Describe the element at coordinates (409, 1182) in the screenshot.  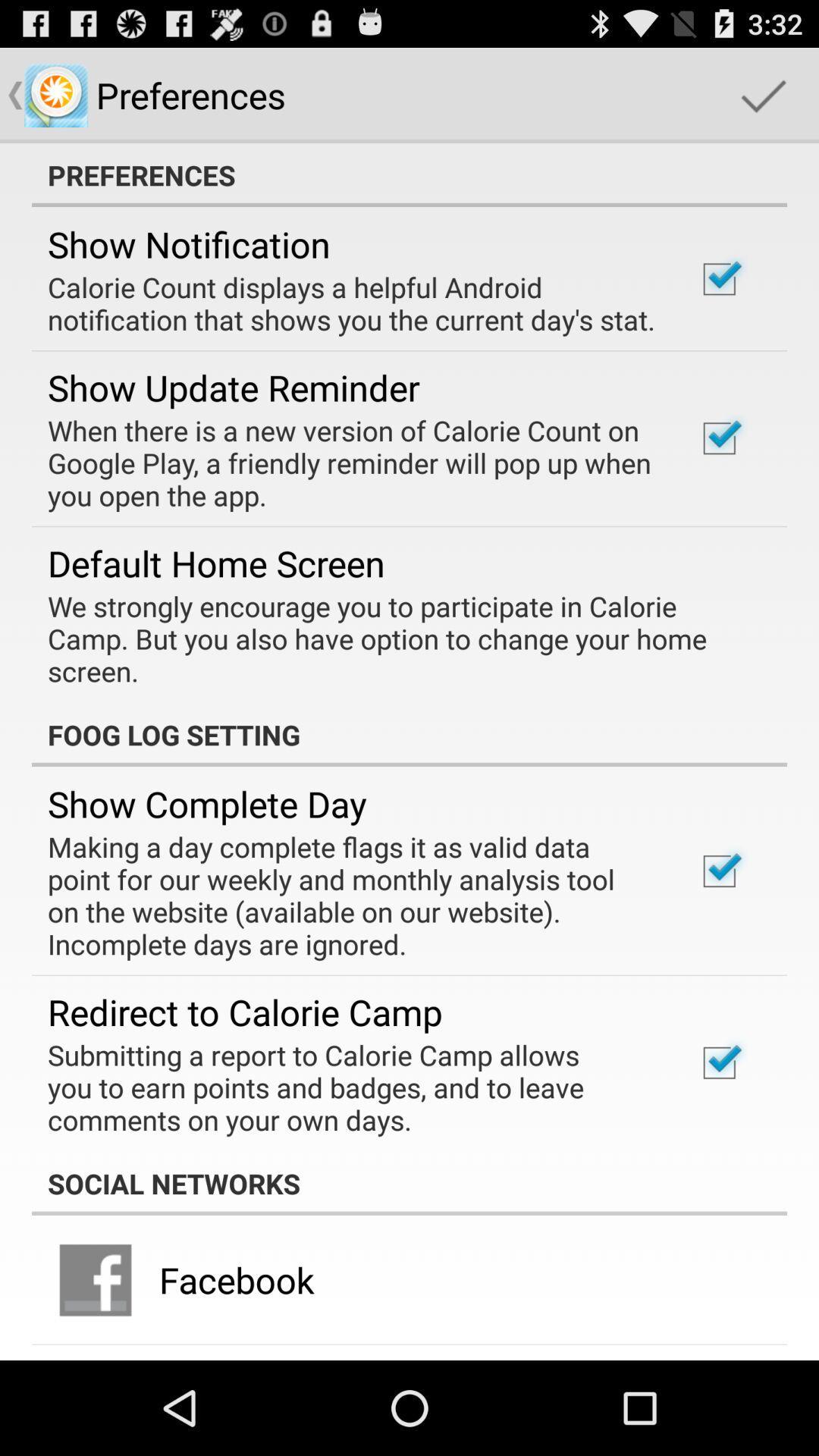
I see `the social networks` at that location.